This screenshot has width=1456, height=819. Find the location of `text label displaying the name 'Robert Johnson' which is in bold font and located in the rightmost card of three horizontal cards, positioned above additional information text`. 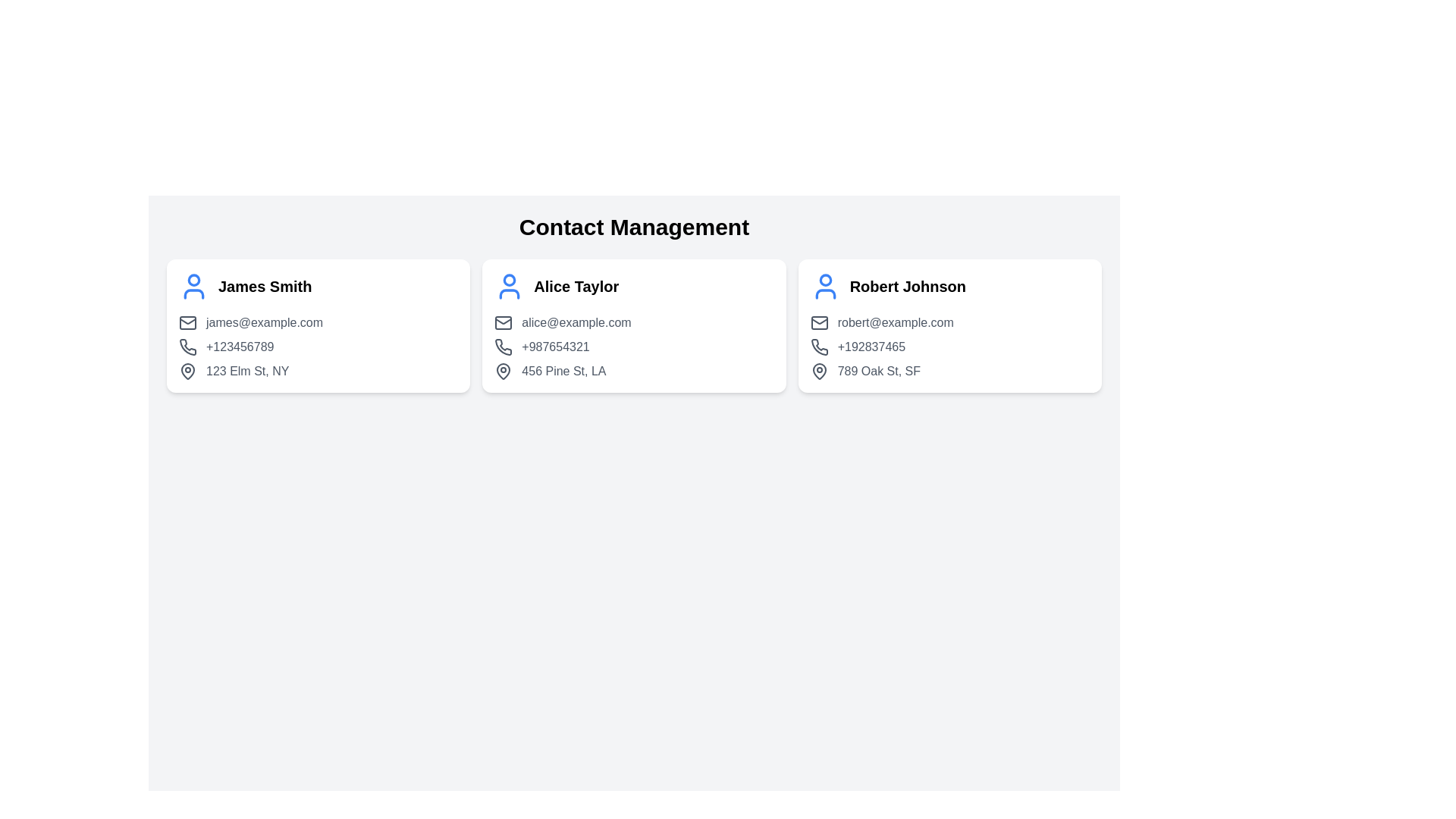

text label displaying the name 'Robert Johnson' which is in bold font and located in the rightmost card of three horizontal cards, positioned above additional information text is located at coordinates (908, 287).